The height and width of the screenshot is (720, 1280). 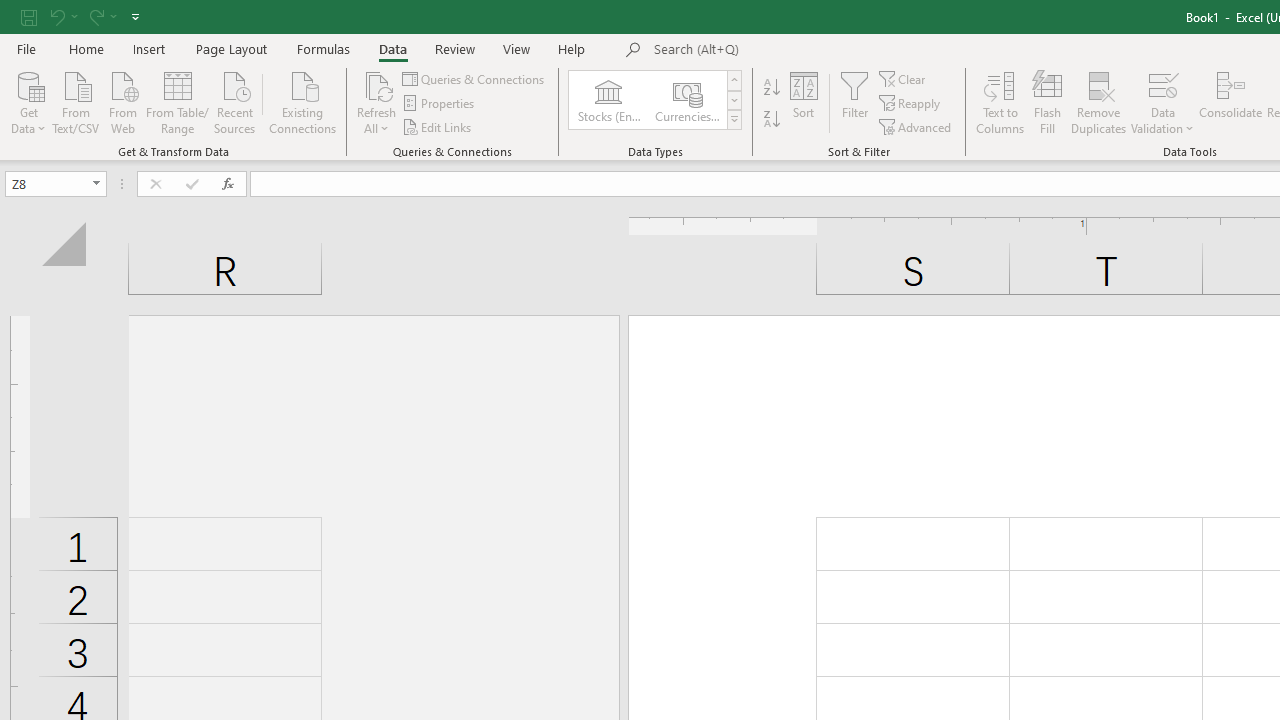 I want to click on 'Sort Z to A', so click(x=771, y=119).